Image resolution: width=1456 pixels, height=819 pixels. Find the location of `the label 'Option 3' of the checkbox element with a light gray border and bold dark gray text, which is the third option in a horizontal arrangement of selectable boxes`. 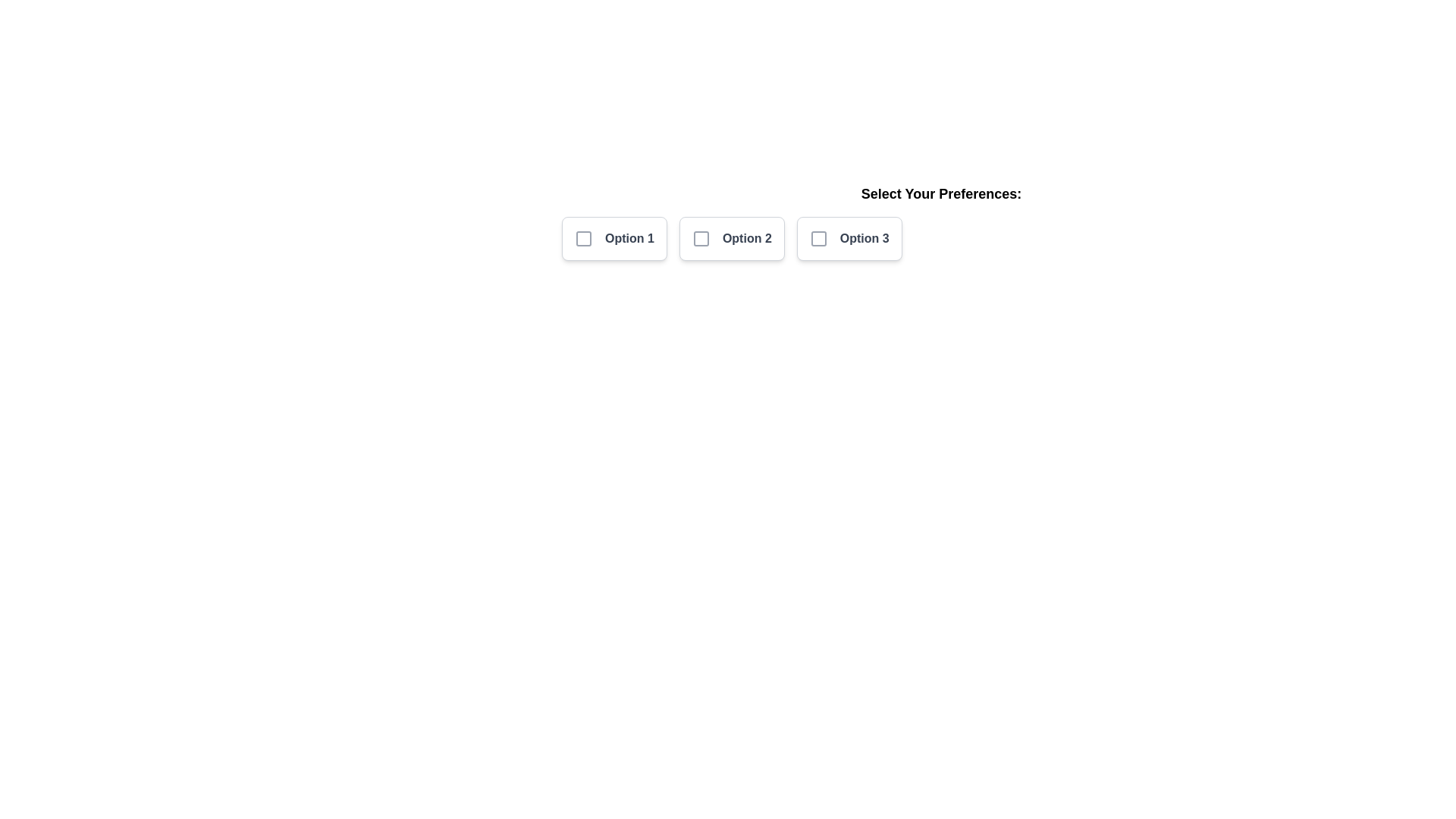

the label 'Option 3' of the checkbox element with a light gray border and bold dark gray text, which is the third option in a horizontal arrangement of selectable boxes is located at coordinates (849, 239).